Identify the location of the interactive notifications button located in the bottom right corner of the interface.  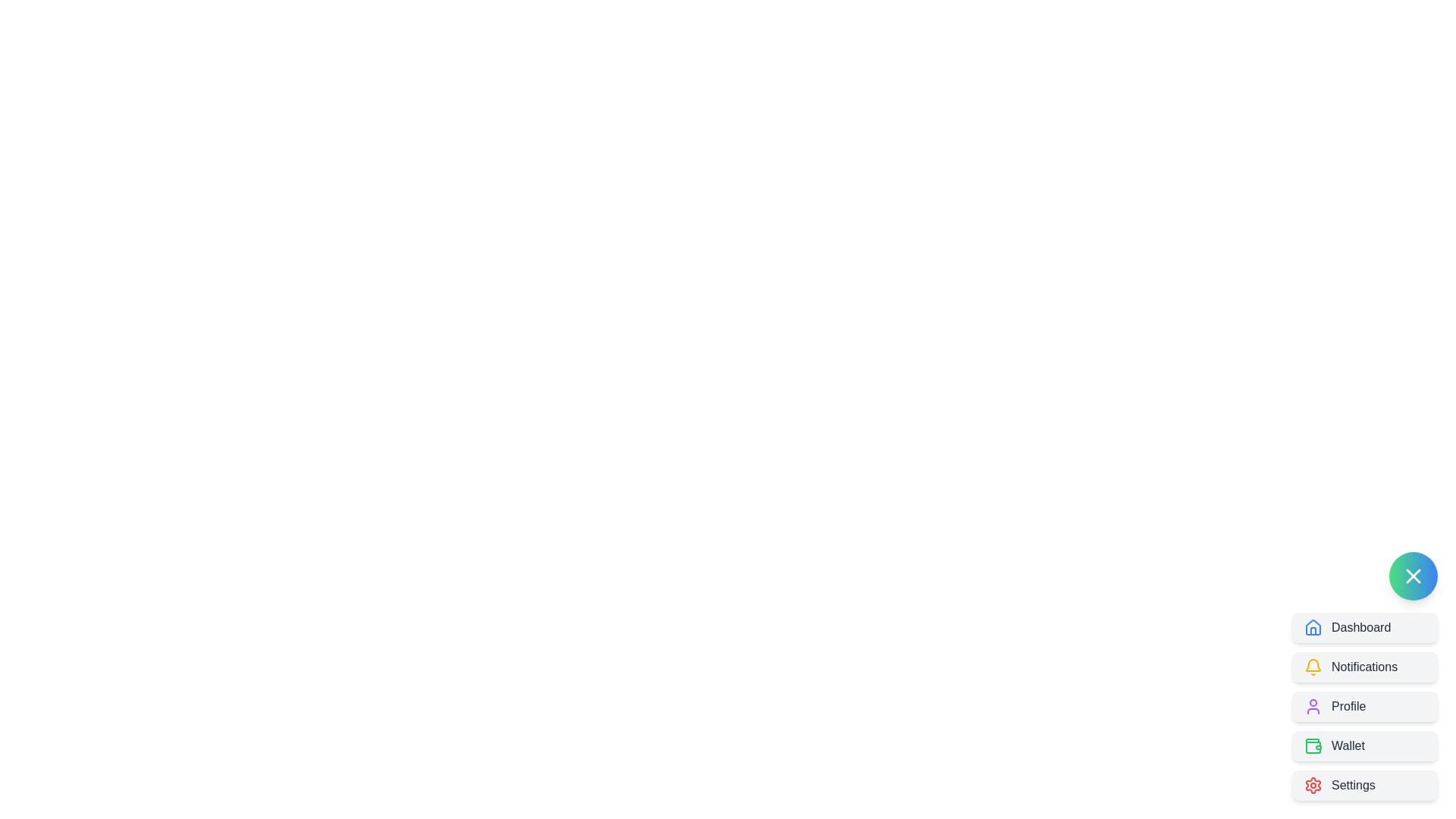
(1365, 675).